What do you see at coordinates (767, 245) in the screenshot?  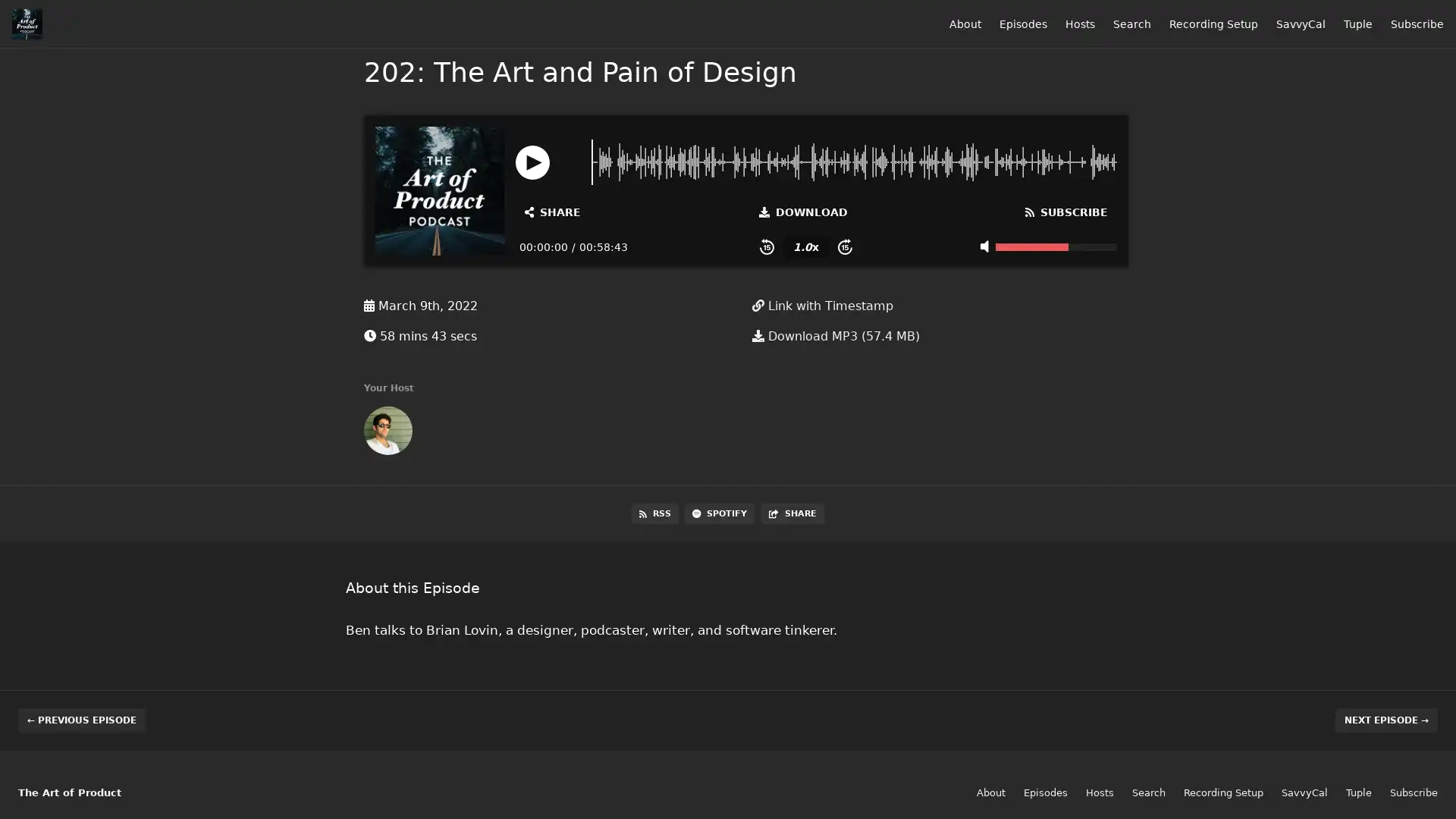 I see `Skip Back 15 Seconds` at bounding box center [767, 245].